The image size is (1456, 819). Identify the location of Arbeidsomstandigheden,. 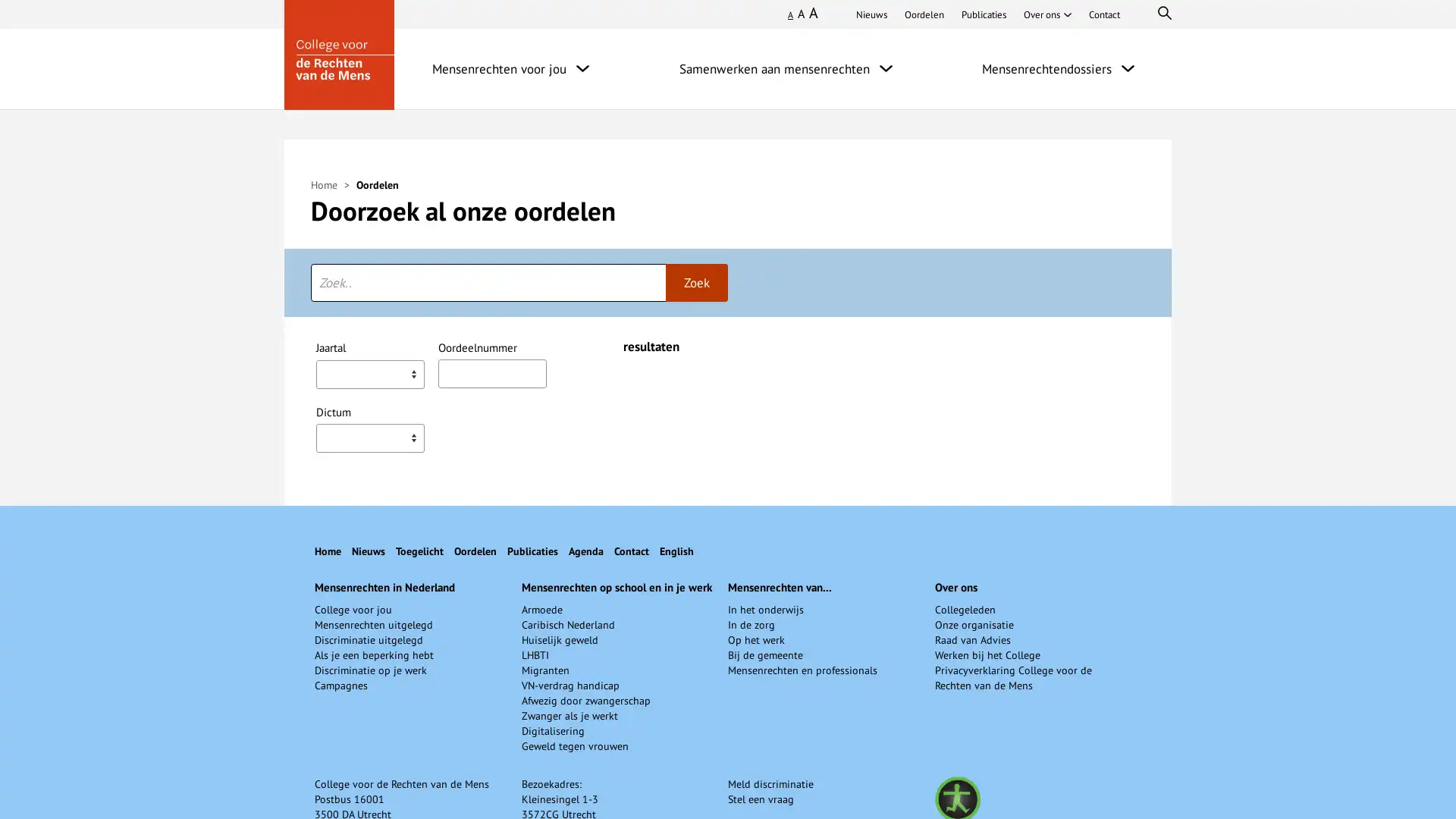
(736, 445).